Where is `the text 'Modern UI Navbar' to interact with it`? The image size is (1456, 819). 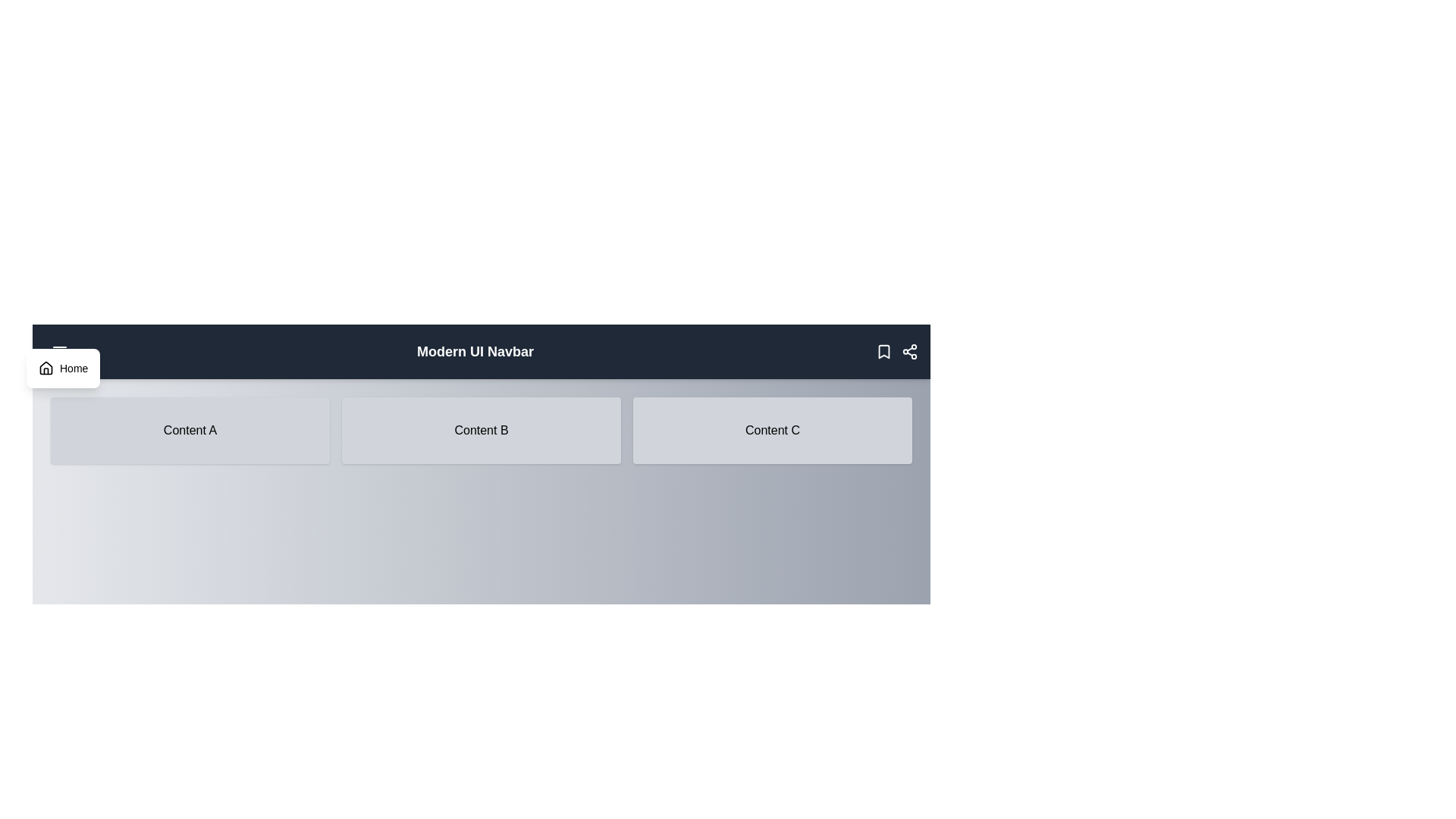
the text 'Modern UI Navbar' to interact with it is located at coordinates (475, 351).